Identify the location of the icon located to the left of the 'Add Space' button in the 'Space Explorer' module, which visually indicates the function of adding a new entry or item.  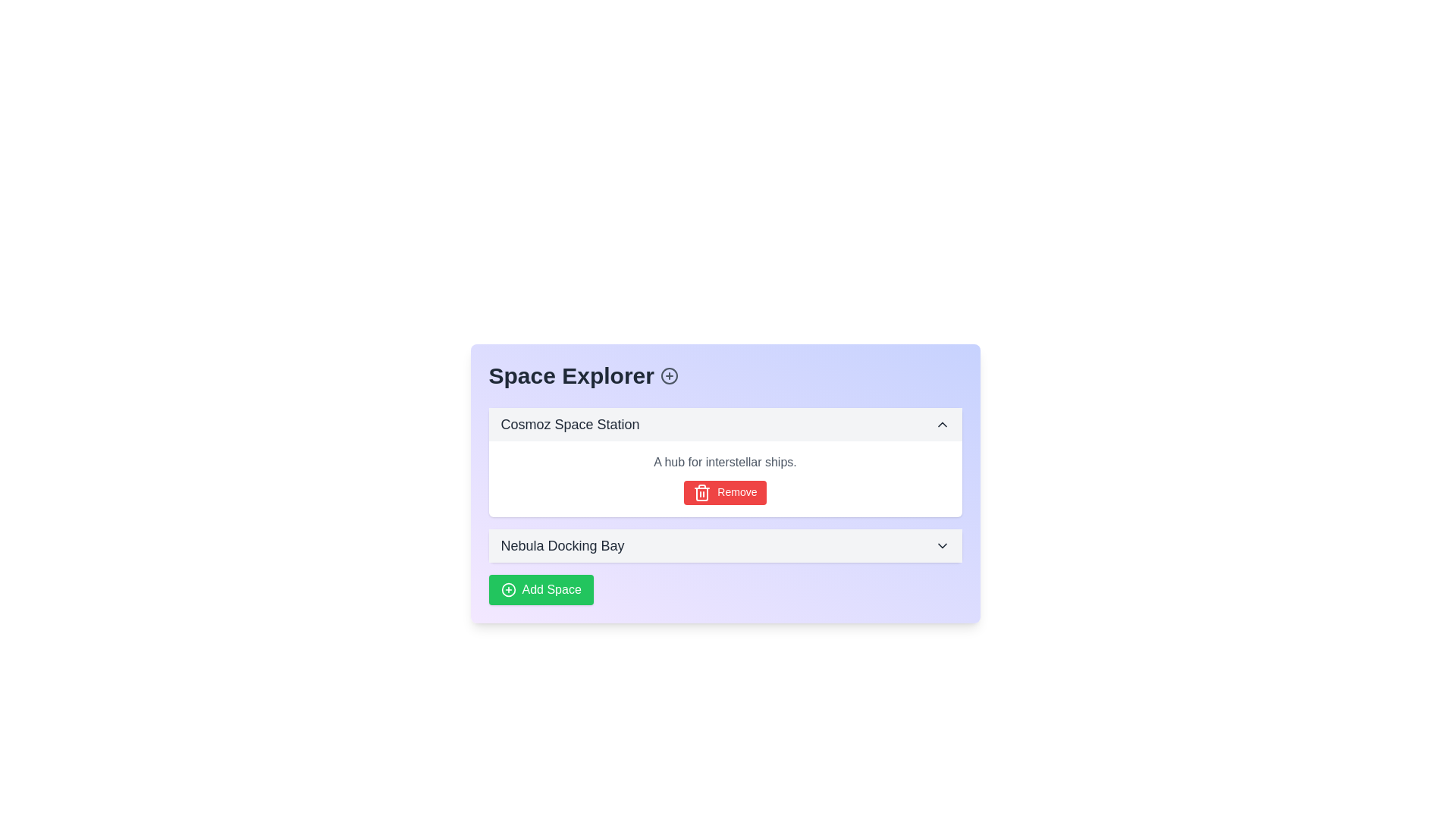
(508, 589).